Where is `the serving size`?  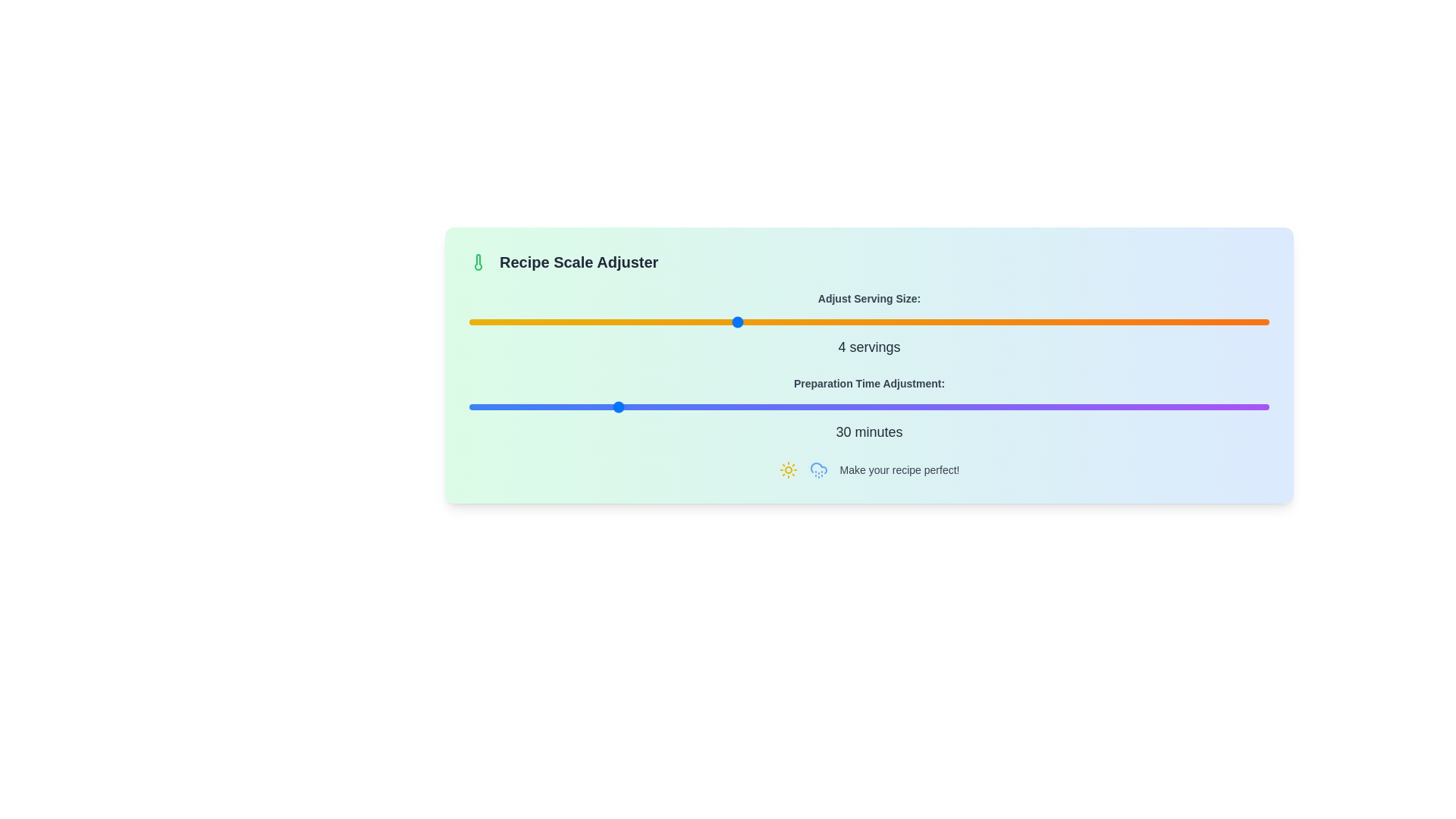 the serving size is located at coordinates (1179, 321).